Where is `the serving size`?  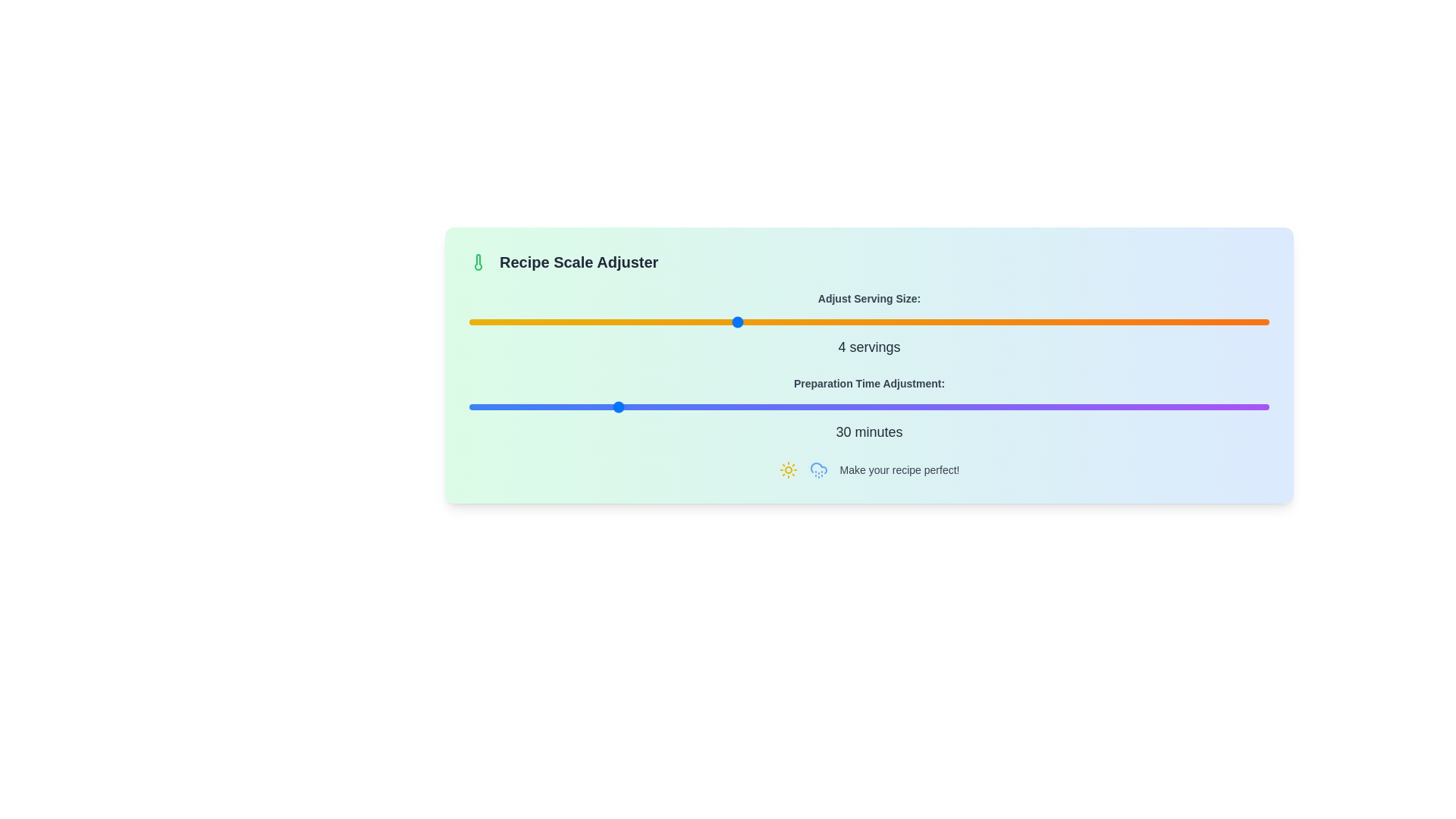 the serving size is located at coordinates (1179, 321).